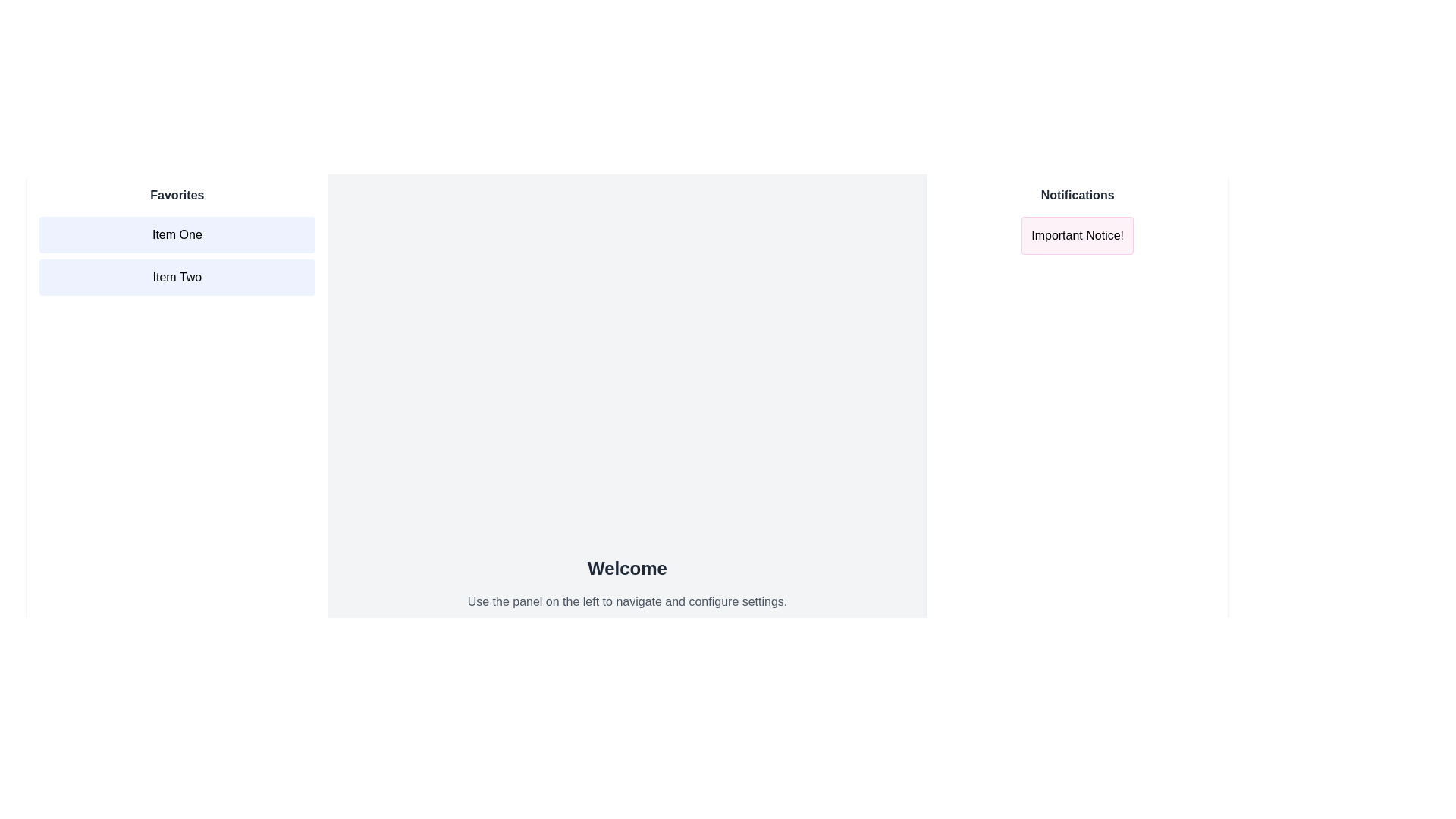 The width and height of the screenshot is (1456, 819). Describe the element at coordinates (627, 568) in the screenshot. I see `header text that welcomes the user to the application, positioned centrally above the navigation instructions text` at that location.